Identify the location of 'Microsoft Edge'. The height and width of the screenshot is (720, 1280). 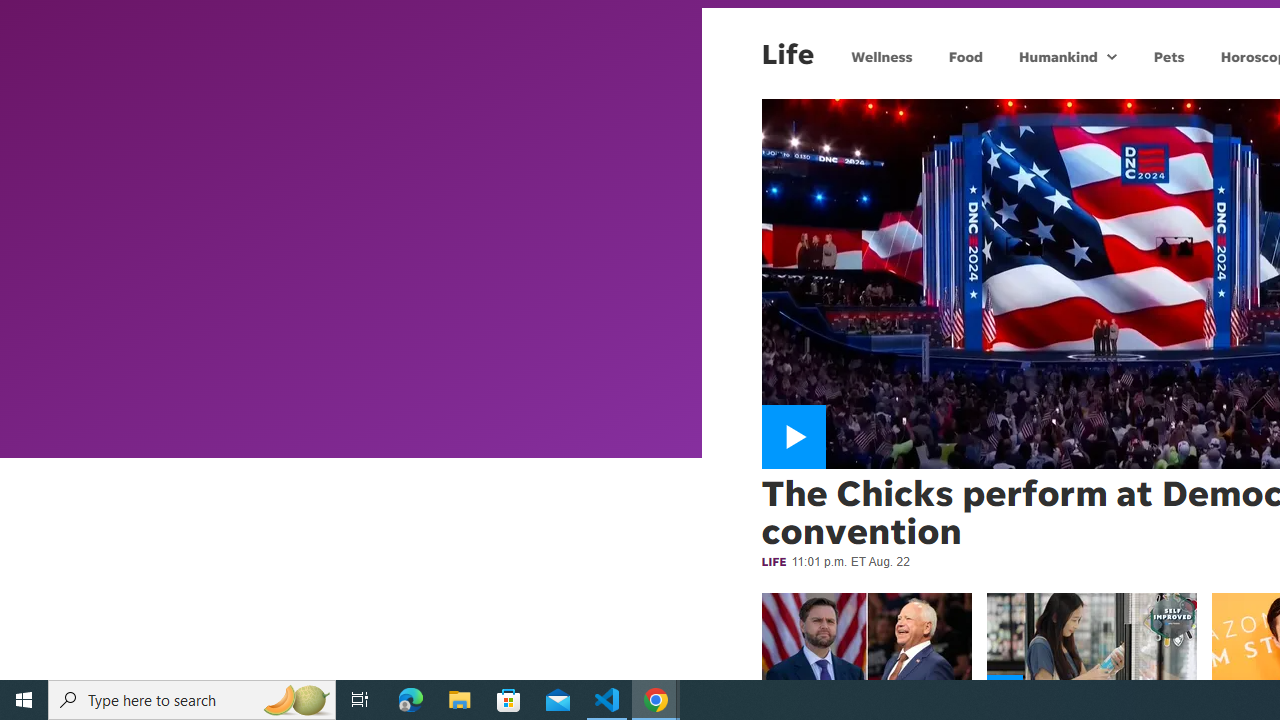
(410, 698).